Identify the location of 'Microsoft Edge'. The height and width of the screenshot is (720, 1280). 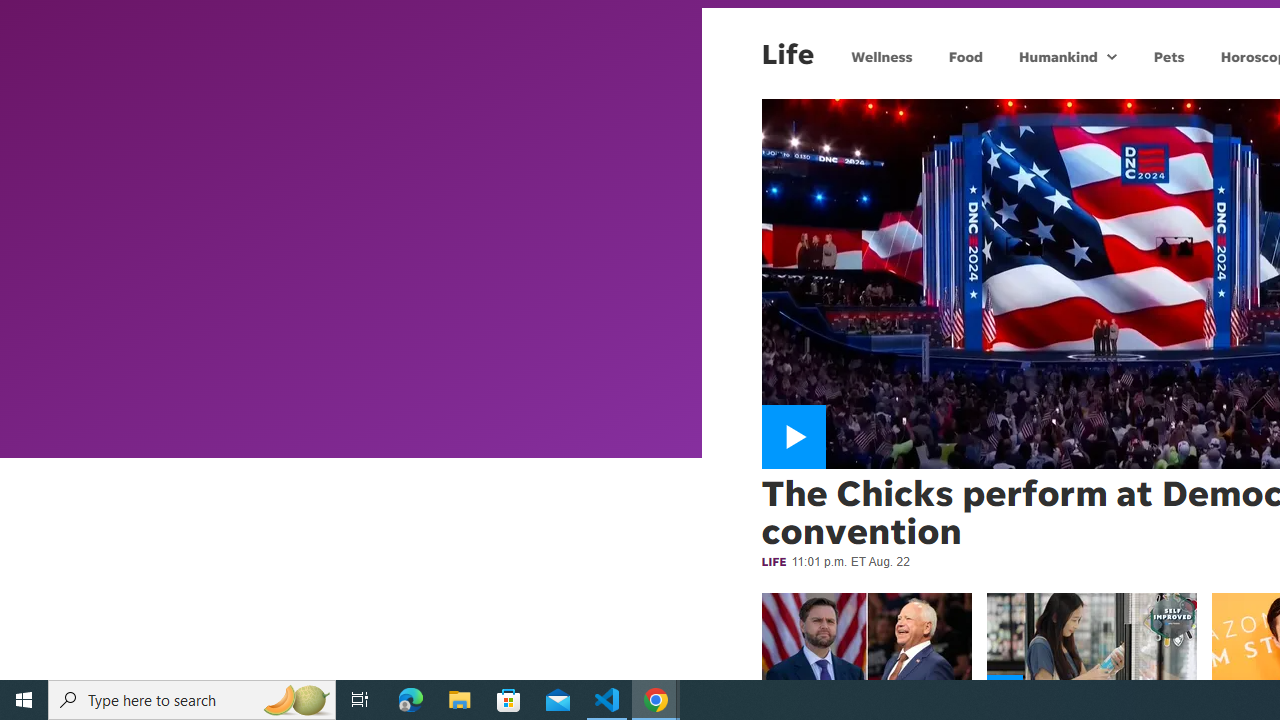
(410, 698).